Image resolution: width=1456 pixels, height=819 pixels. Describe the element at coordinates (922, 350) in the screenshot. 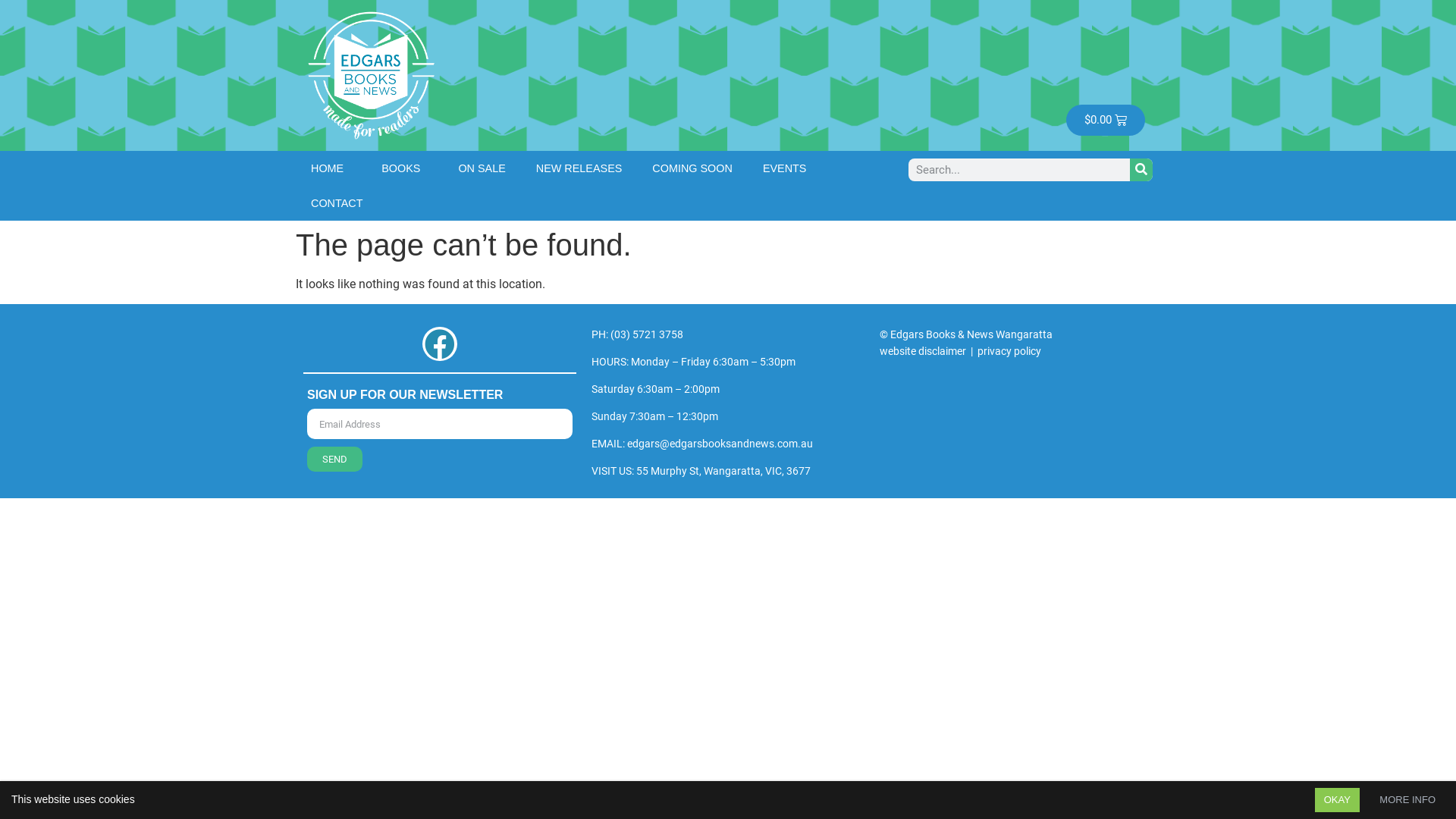

I see `'website disclaimer'` at that location.